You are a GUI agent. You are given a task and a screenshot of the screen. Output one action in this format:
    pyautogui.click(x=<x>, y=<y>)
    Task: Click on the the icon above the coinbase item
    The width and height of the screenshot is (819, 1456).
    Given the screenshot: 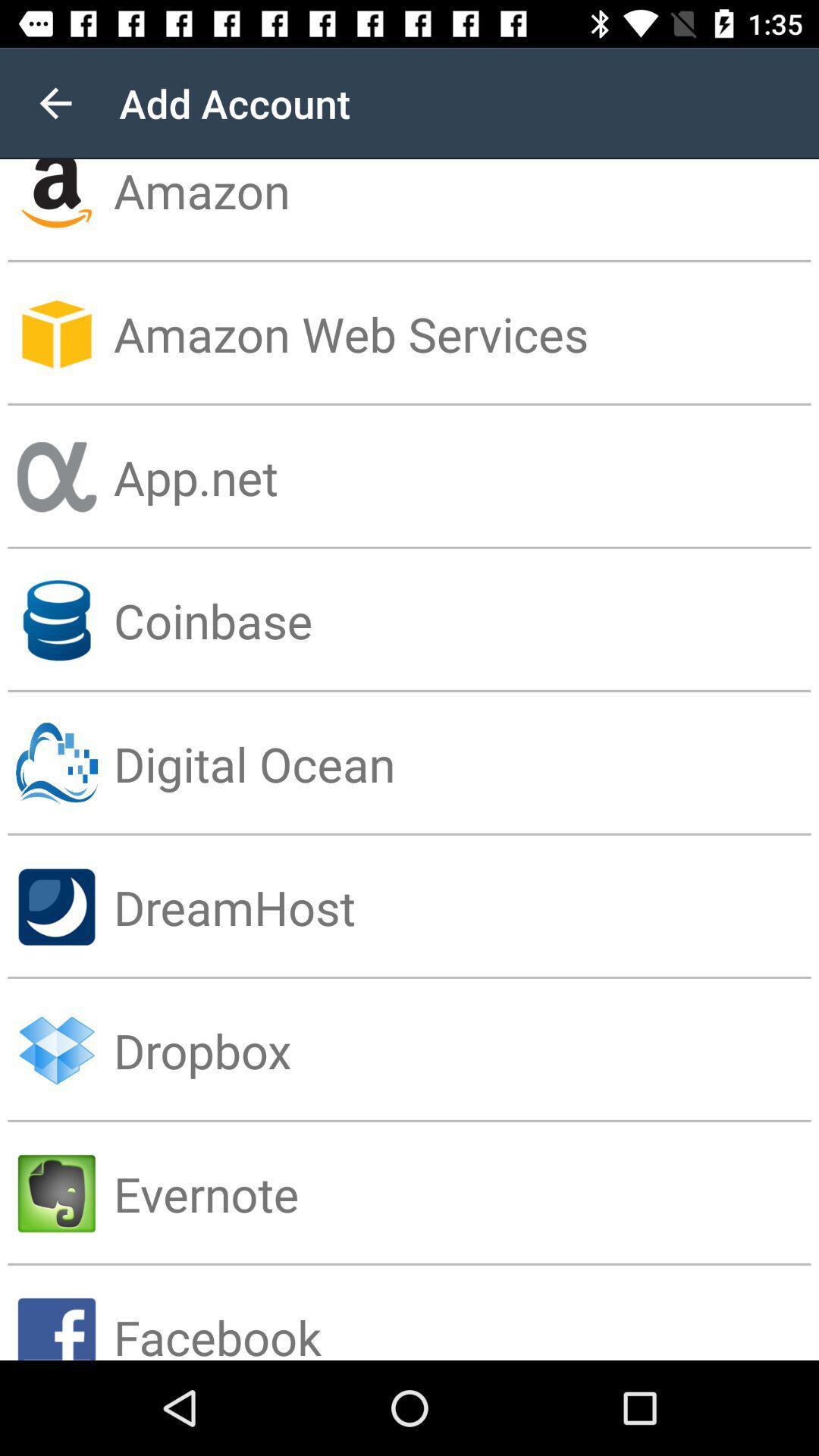 What is the action you would take?
    pyautogui.click(x=465, y=476)
    